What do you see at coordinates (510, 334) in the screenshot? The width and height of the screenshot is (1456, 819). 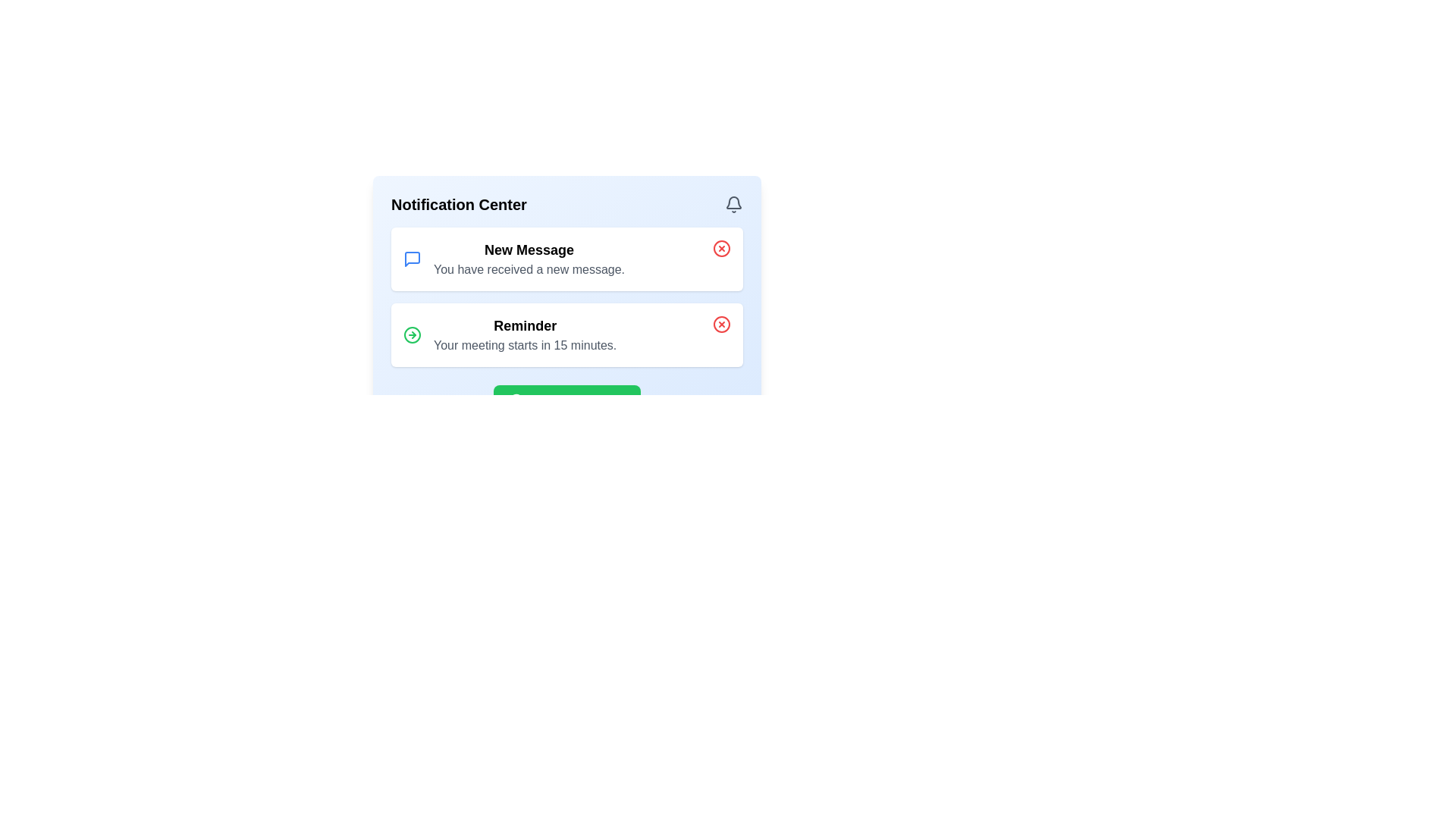 I see `the 'Reminder' notification card in the Notification Center to acknowledge the notification` at bounding box center [510, 334].